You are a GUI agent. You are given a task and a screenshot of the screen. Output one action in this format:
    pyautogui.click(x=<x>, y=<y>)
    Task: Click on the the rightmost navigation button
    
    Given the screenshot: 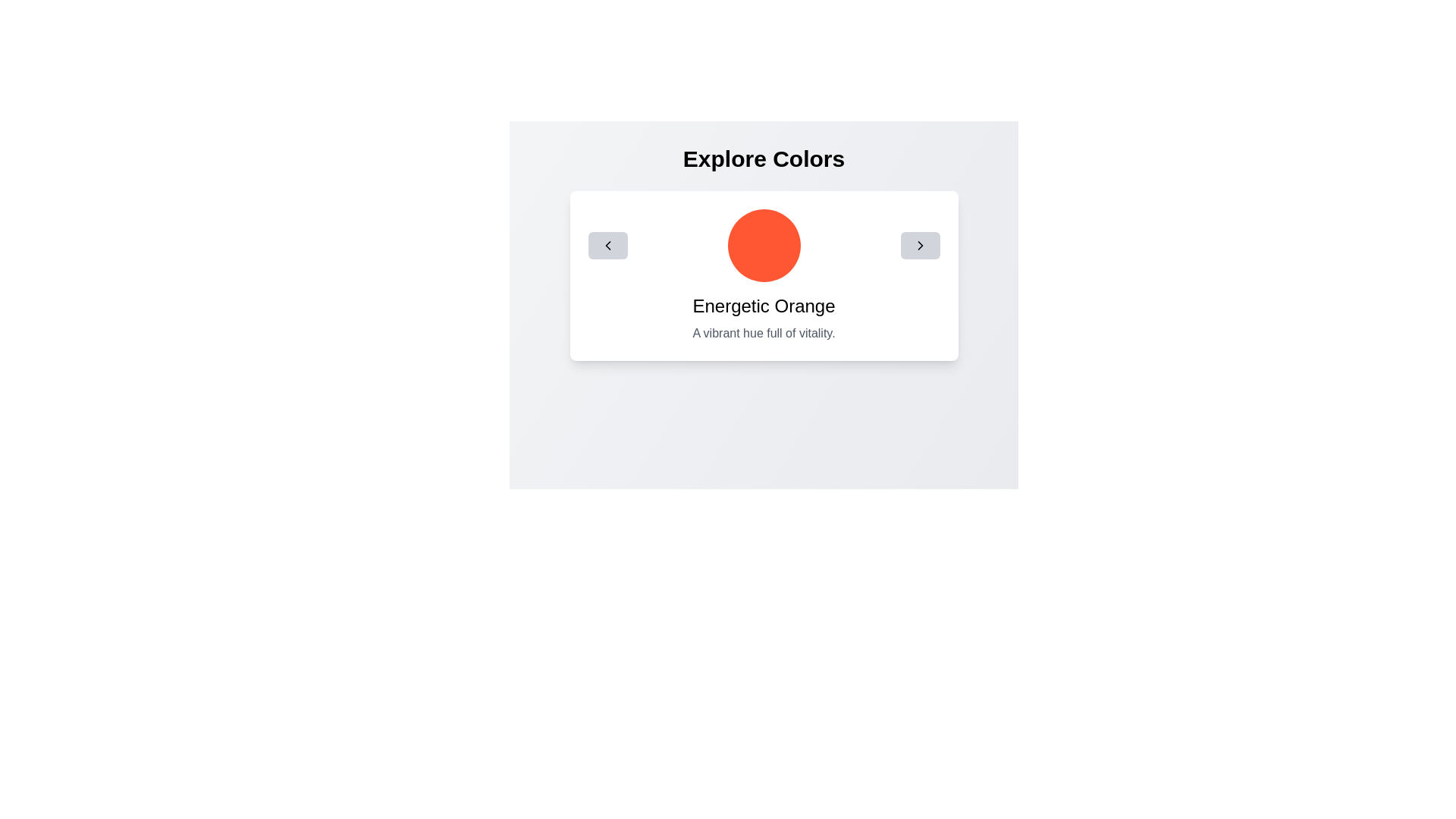 What is the action you would take?
    pyautogui.click(x=919, y=245)
    